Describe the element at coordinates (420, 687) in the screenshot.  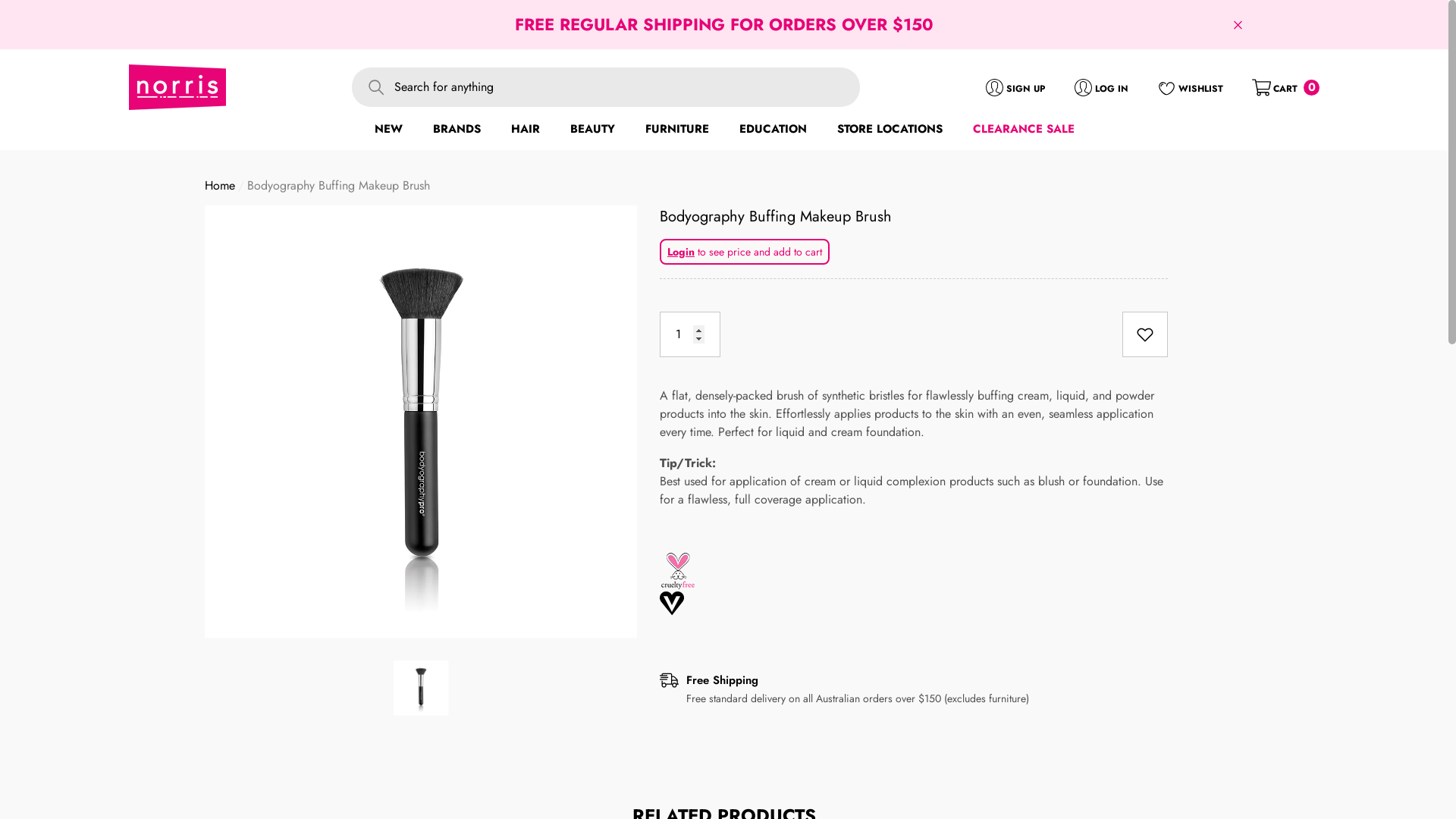
I see `'Bodyography Buffing Makeup Brush - Norris Hair & Beauty'` at that location.